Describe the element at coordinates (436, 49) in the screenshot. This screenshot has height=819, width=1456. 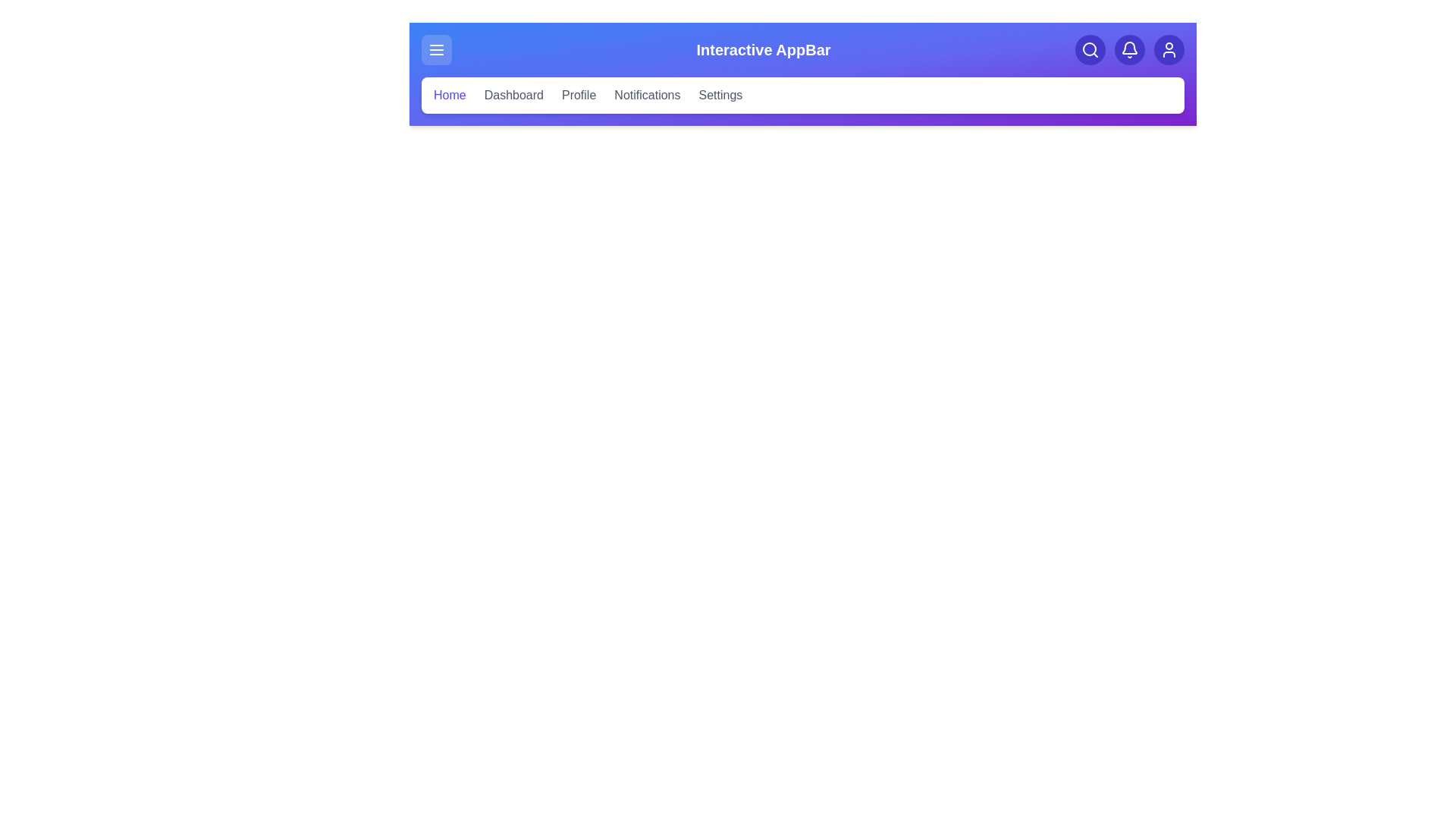
I see `the menu button to toggle the menu visibility` at that location.